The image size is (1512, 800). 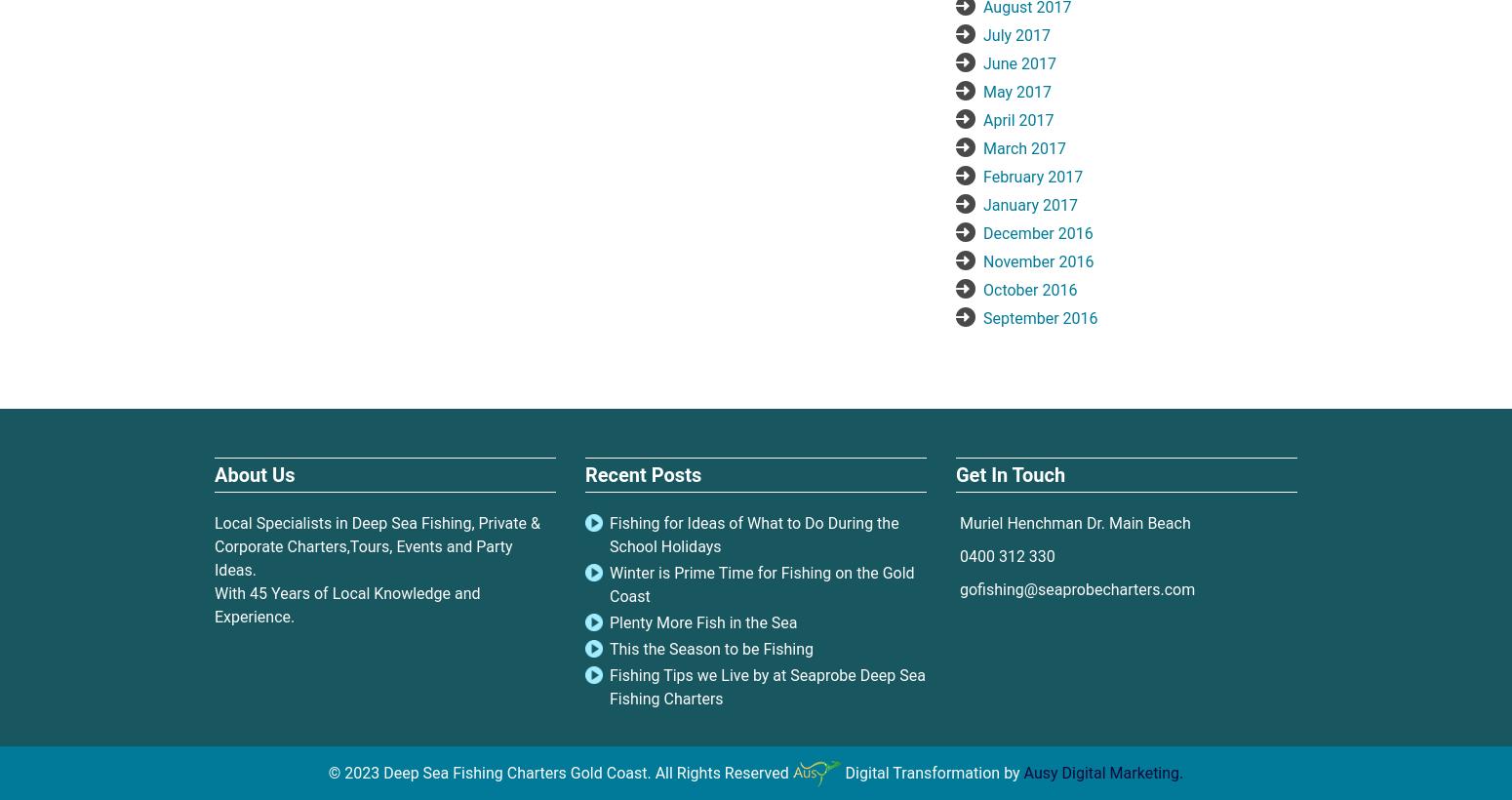 What do you see at coordinates (642, 474) in the screenshot?
I see `'Recent Posts'` at bounding box center [642, 474].